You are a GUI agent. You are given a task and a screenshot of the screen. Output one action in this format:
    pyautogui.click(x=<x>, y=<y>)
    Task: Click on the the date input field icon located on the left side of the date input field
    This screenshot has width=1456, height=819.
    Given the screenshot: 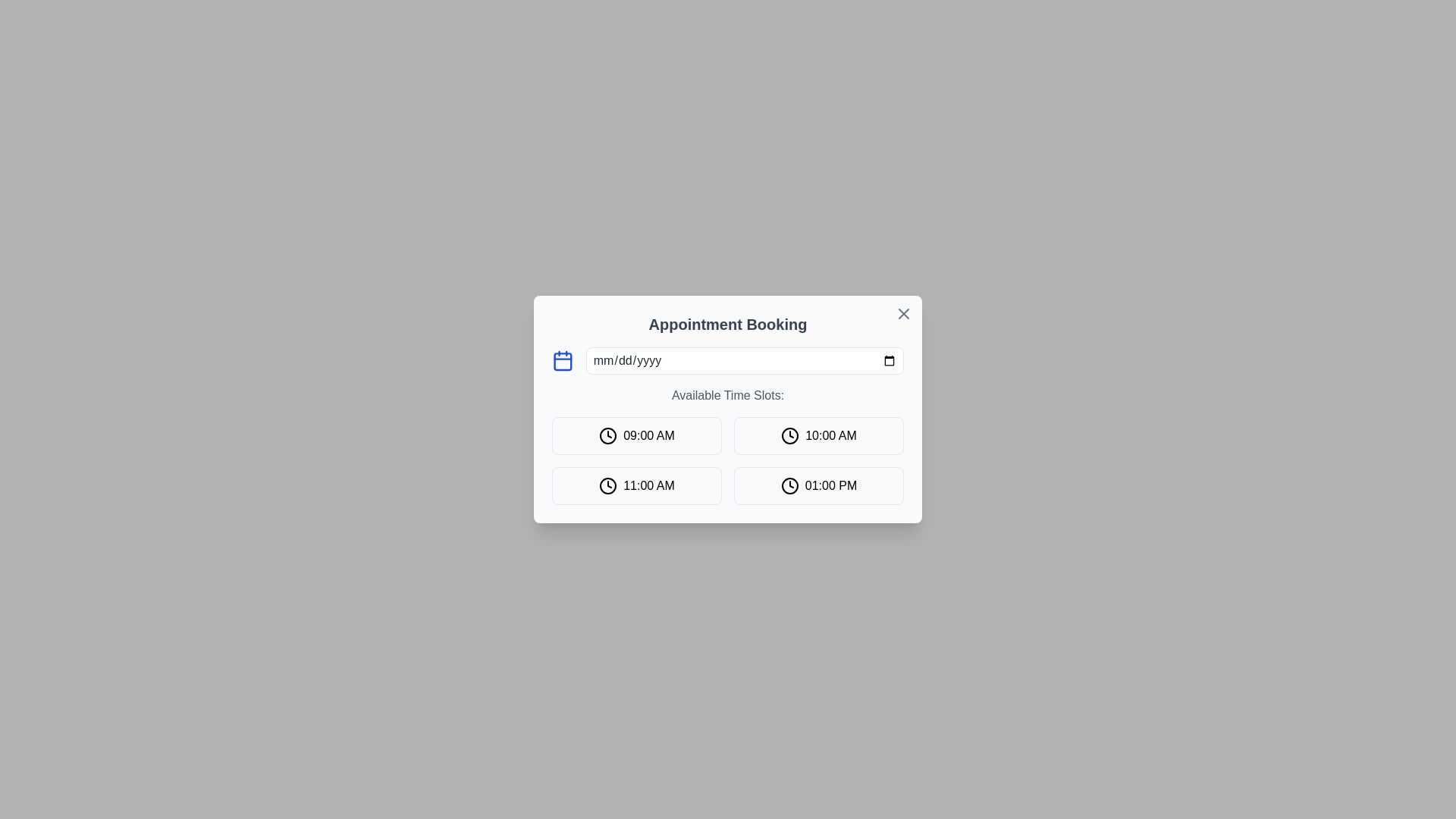 What is the action you would take?
    pyautogui.click(x=562, y=360)
    